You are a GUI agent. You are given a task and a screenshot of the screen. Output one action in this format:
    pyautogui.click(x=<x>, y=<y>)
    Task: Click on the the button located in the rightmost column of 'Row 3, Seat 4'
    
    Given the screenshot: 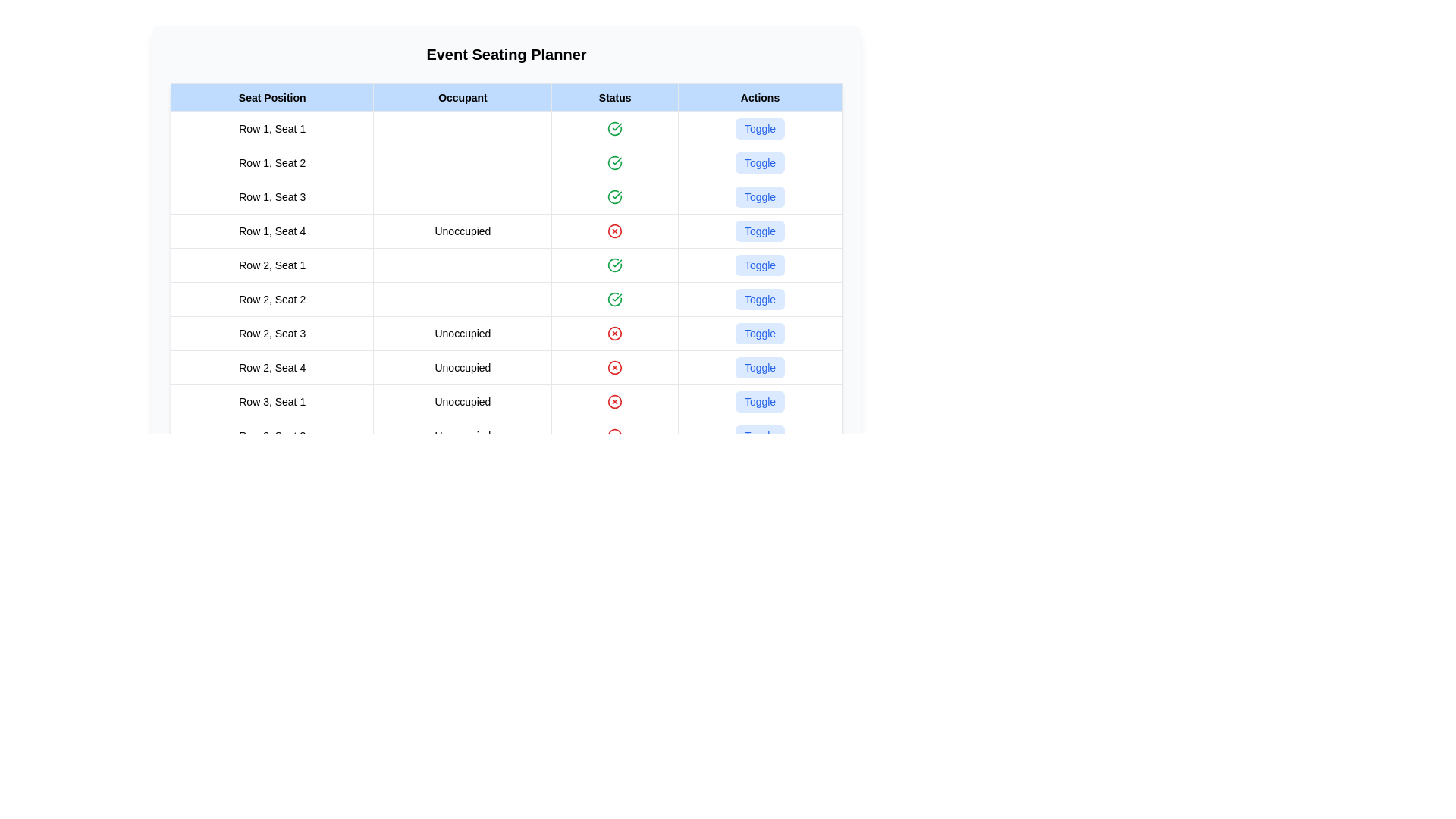 What is the action you would take?
    pyautogui.click(x=760, y=504)
    